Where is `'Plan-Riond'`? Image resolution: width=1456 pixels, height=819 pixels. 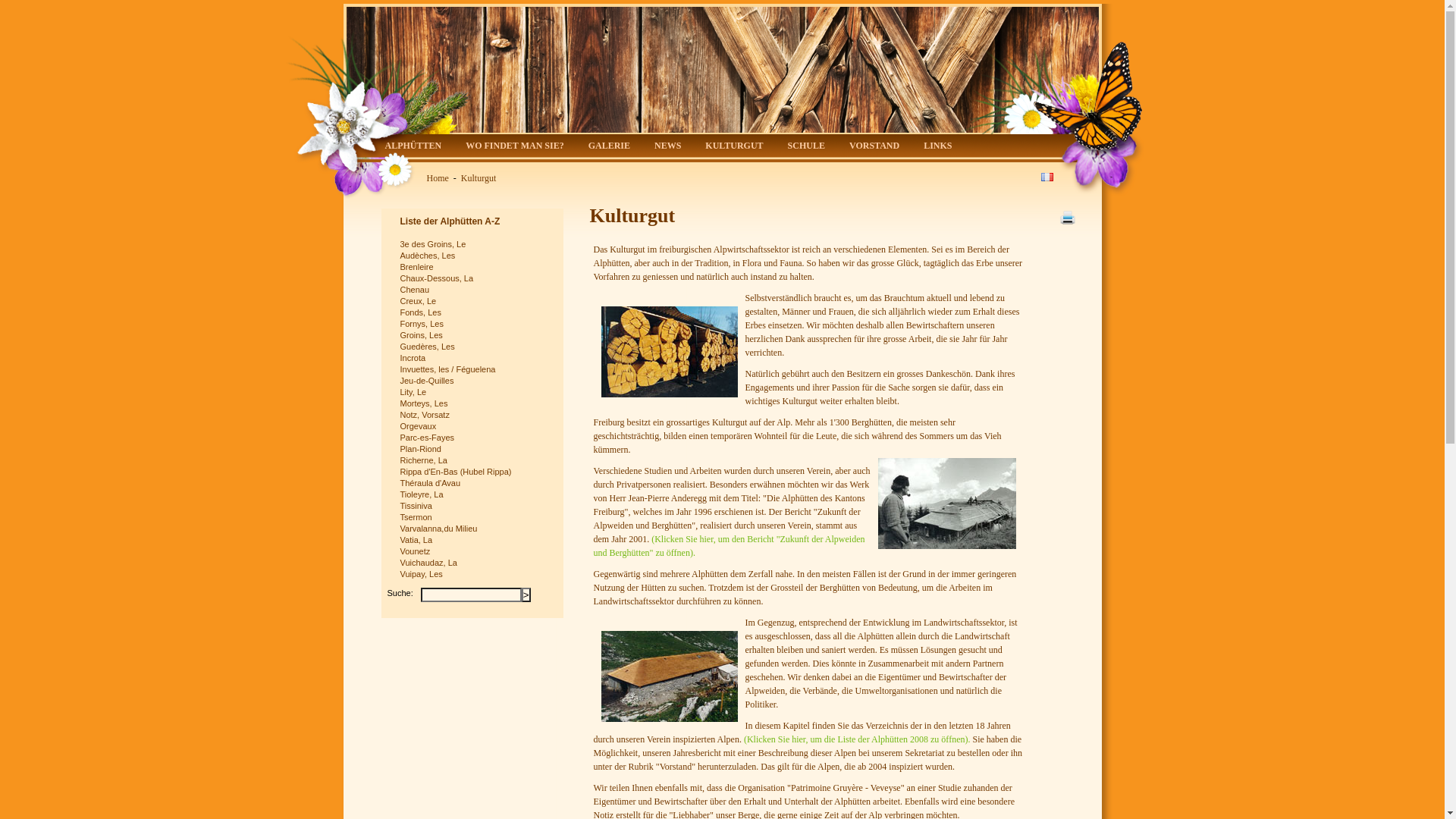 'Plan-Riond' is located at coordinates (400, 448).